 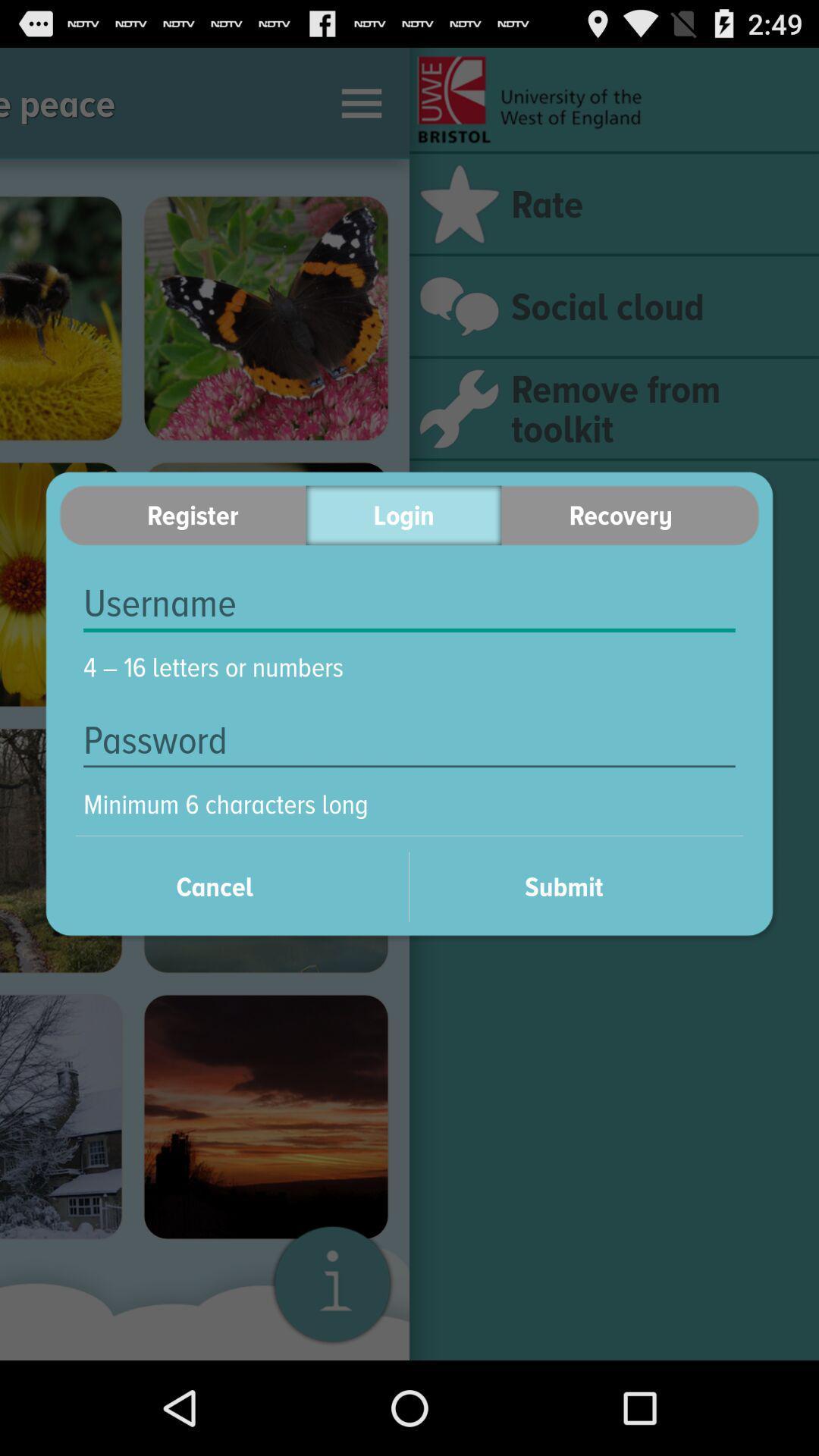 I want to click on icon next to the login item, so click(x=630, y=515).